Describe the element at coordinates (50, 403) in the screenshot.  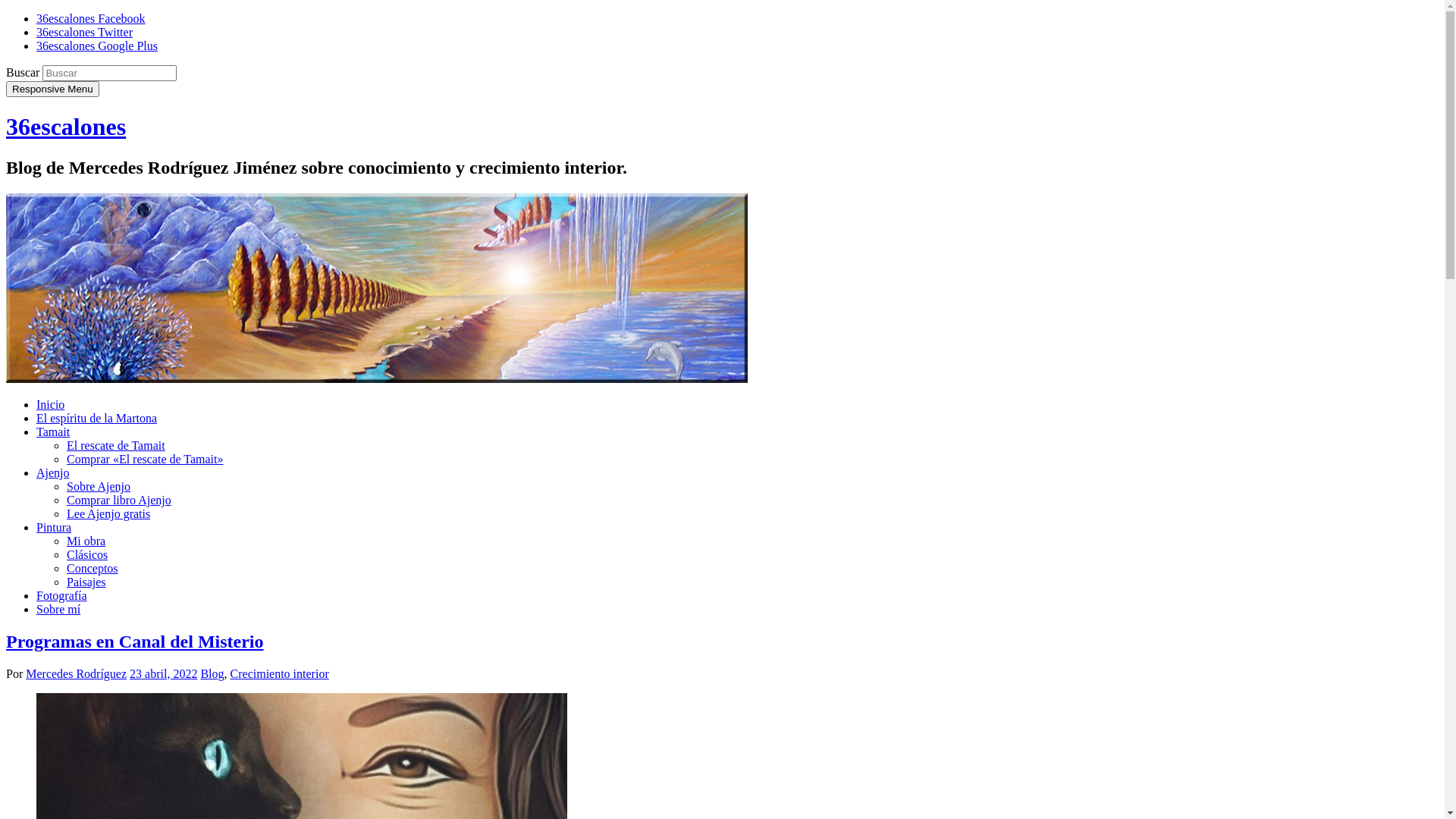
I see `'Inicio'` at that location.